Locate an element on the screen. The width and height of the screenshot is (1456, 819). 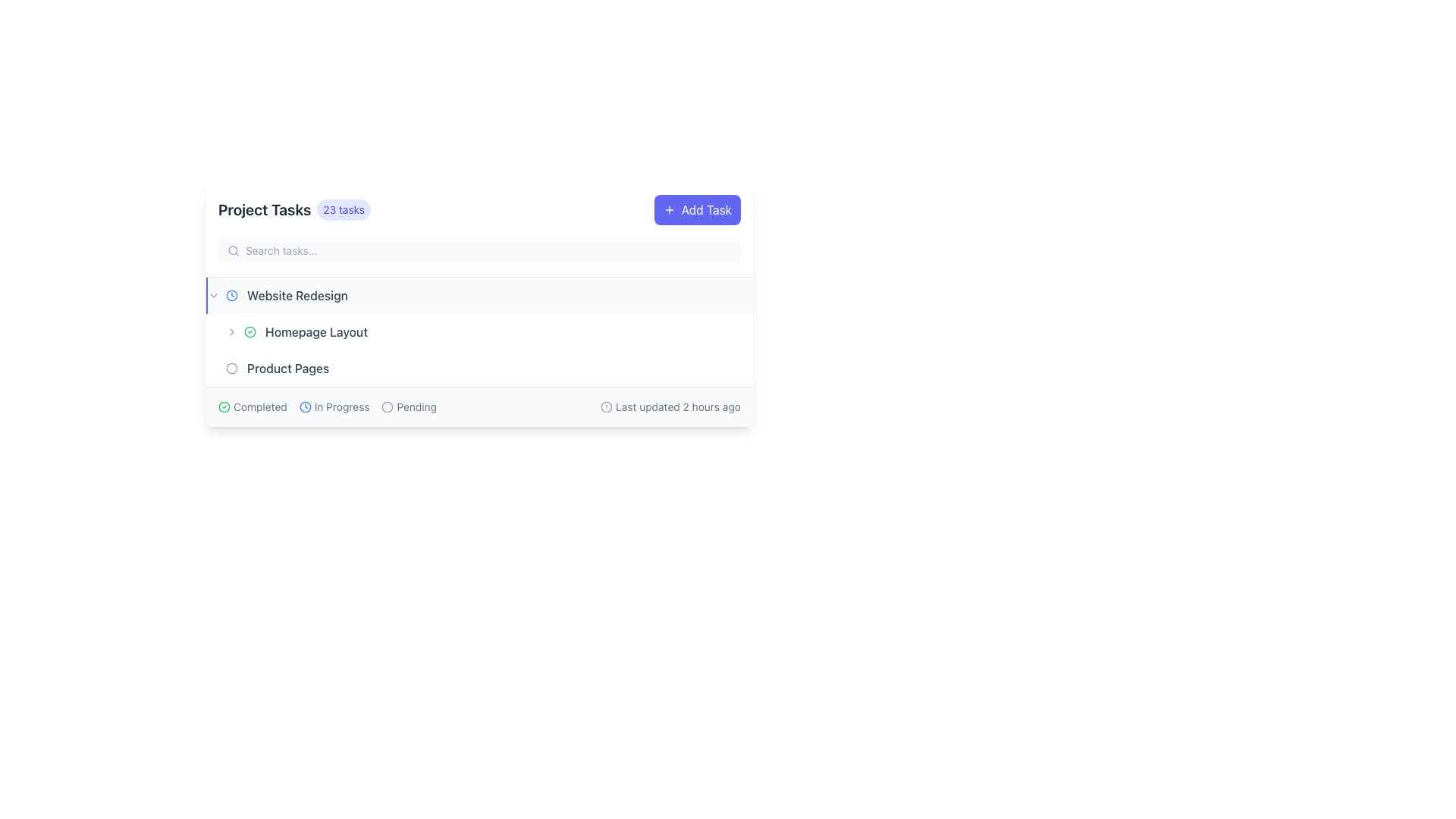
the text label for the task item is located at coordinates (315, 331).